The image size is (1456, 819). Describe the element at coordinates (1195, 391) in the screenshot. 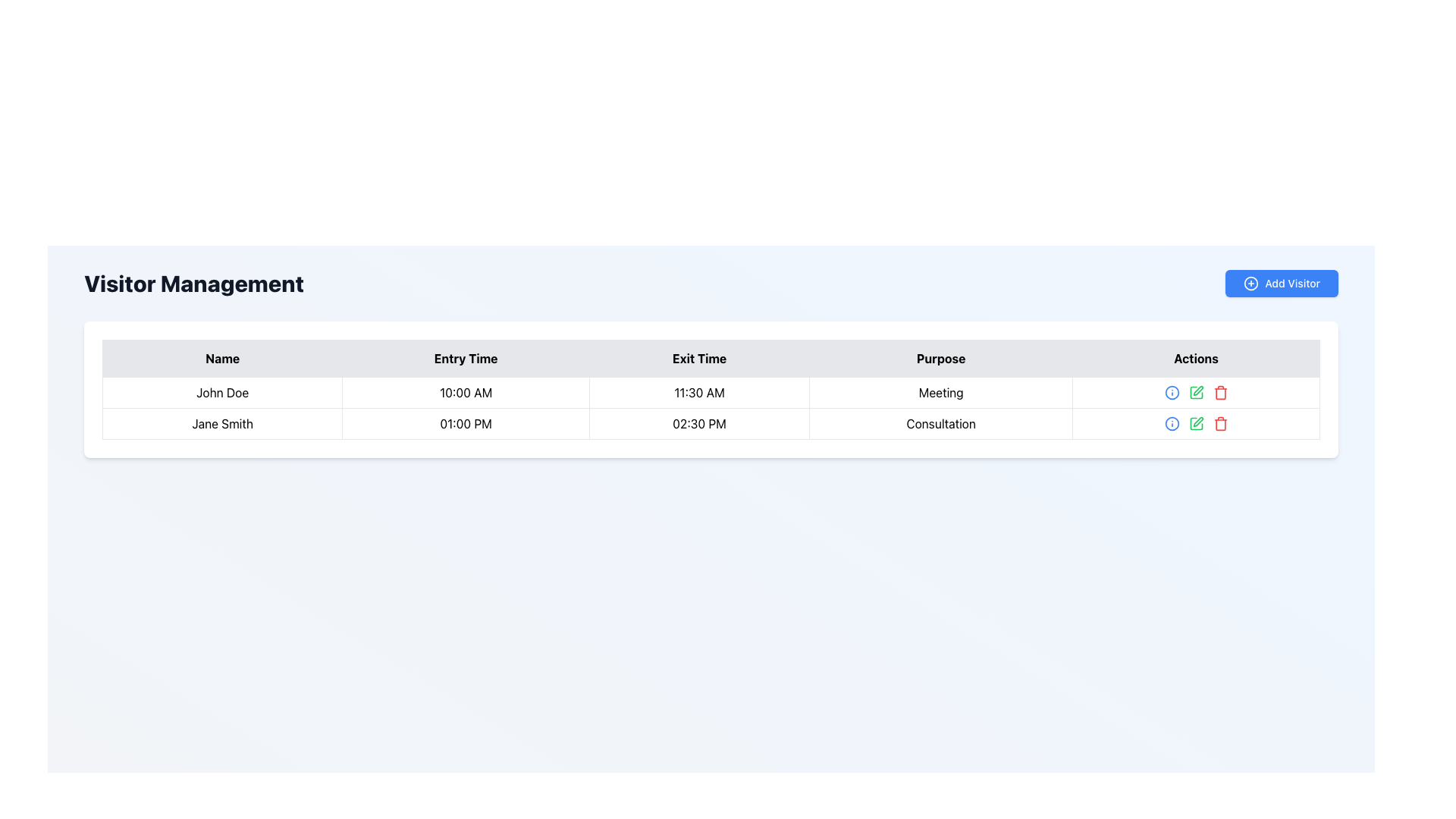

I see `the green pen icon in the 'Actions' column of the second row` at that location.